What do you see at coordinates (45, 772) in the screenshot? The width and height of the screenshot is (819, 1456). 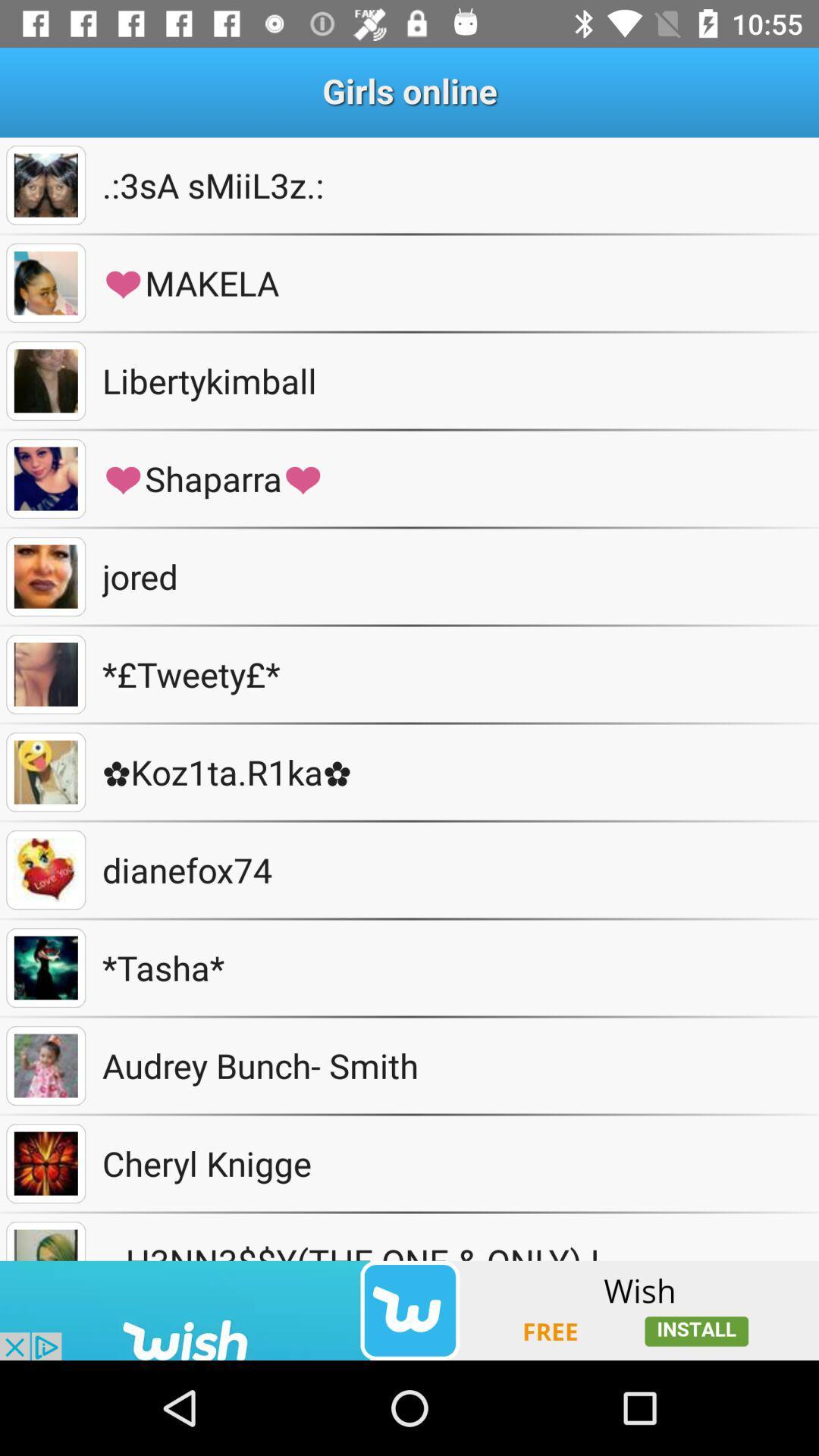 I see `choose profile` at bounding box center [45, 772].